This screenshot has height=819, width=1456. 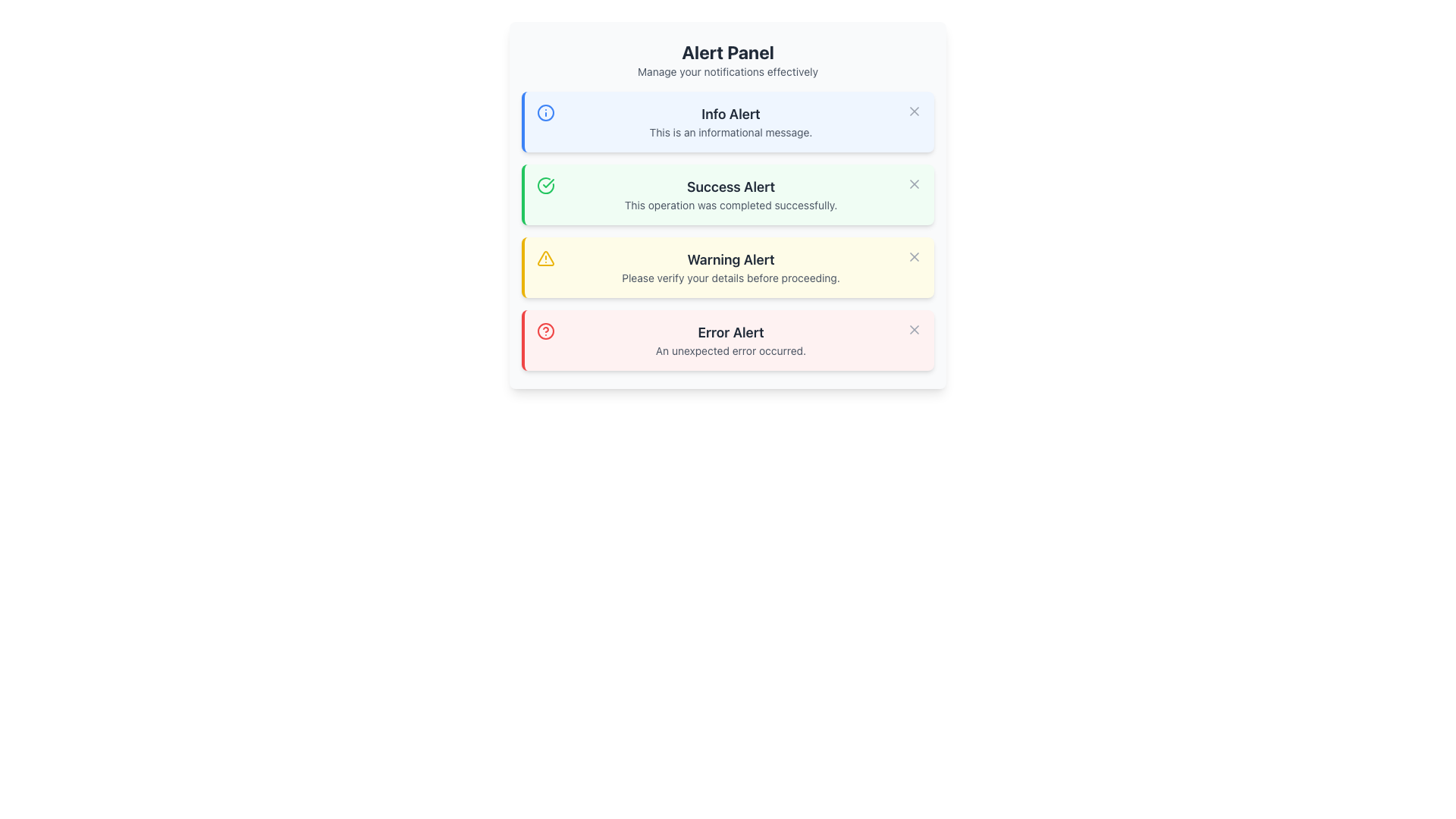 What do you see at coordinates (731, 267) in the screenshot?
I see `warning message from the Text-based informational alert component that features a bold yellow exclamation icon and displays 'Warning Alert' in large, bold, dark gray text followed by 'Please verify your details before proceeding.' in smaller, light gray text` at bounding box center [731, 267].